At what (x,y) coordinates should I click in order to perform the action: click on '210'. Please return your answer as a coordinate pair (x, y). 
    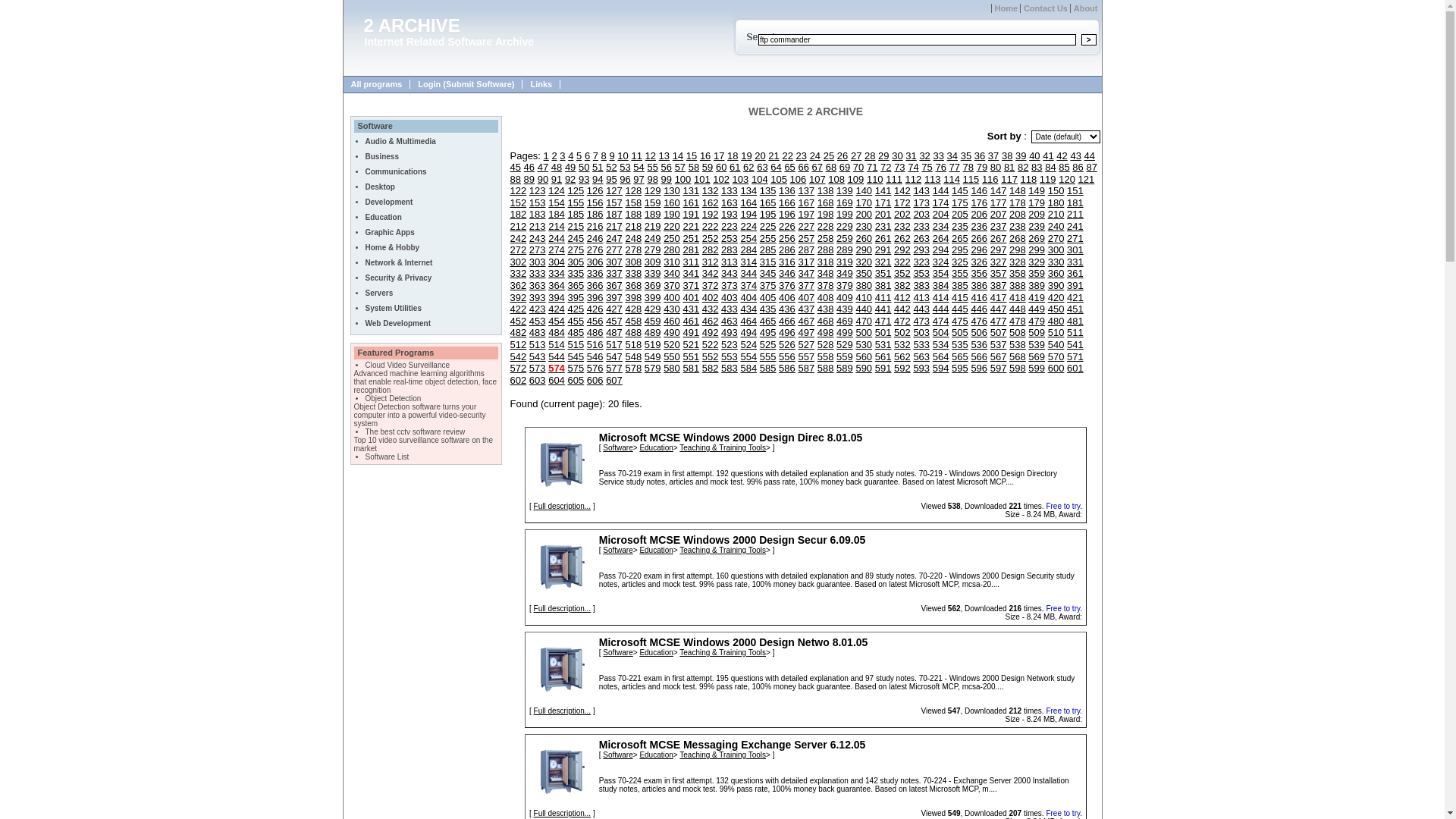
    Looking at the image, I should click on (1055, 214).